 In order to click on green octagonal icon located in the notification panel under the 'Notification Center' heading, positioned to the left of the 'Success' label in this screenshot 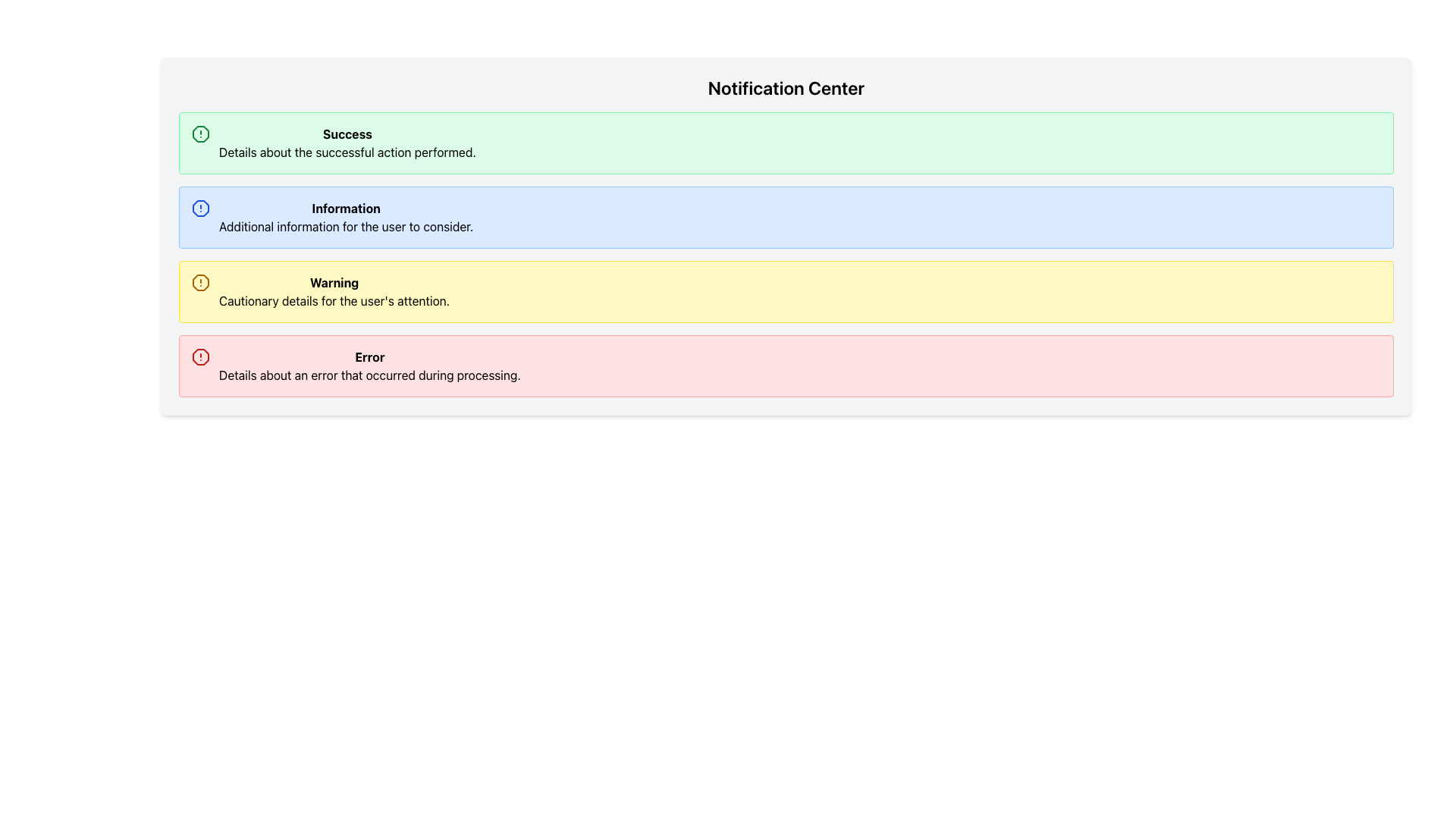, I will do `click(199, 133)`.